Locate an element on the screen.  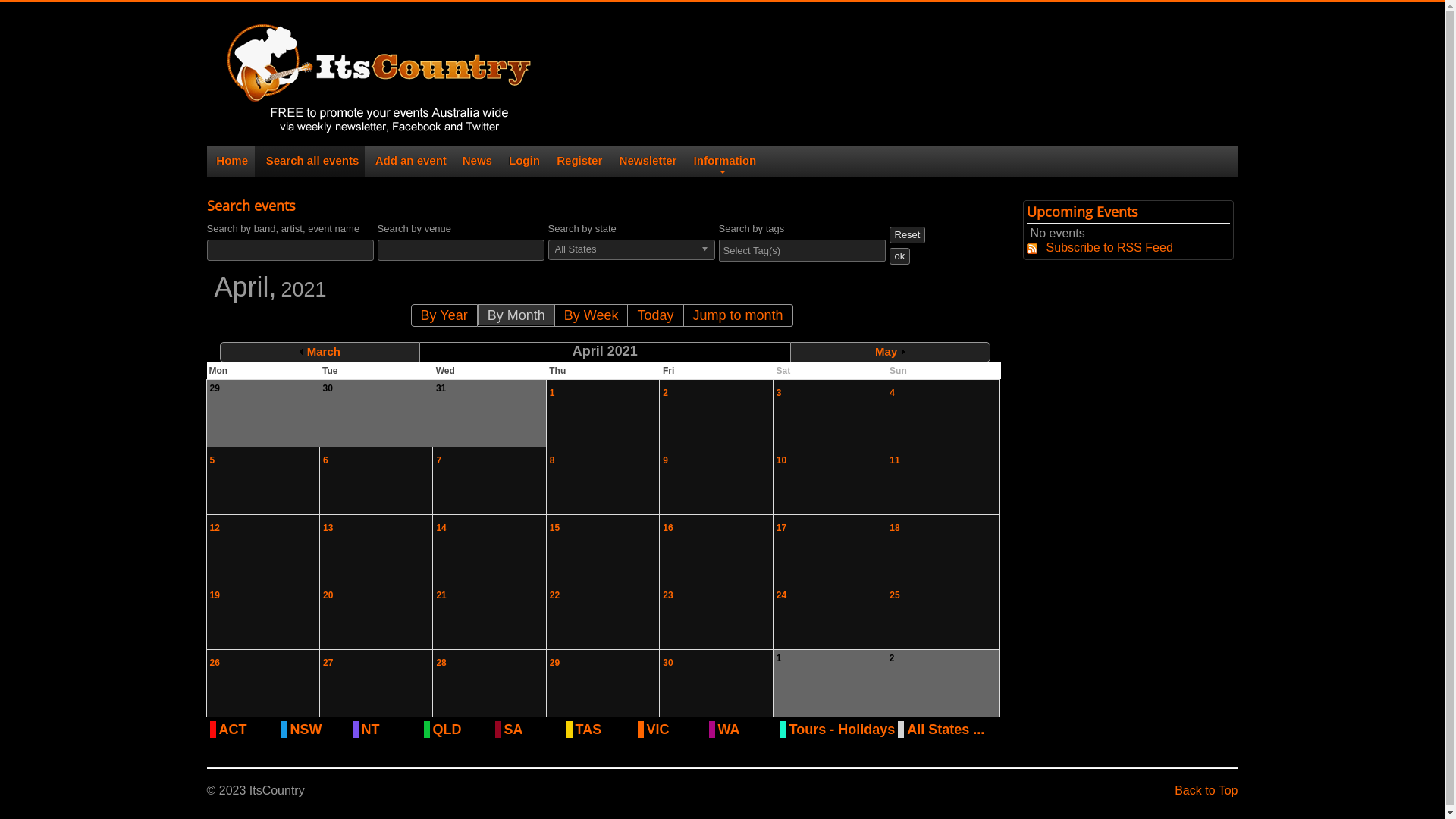
'March' is located at coordinates (319, 351).